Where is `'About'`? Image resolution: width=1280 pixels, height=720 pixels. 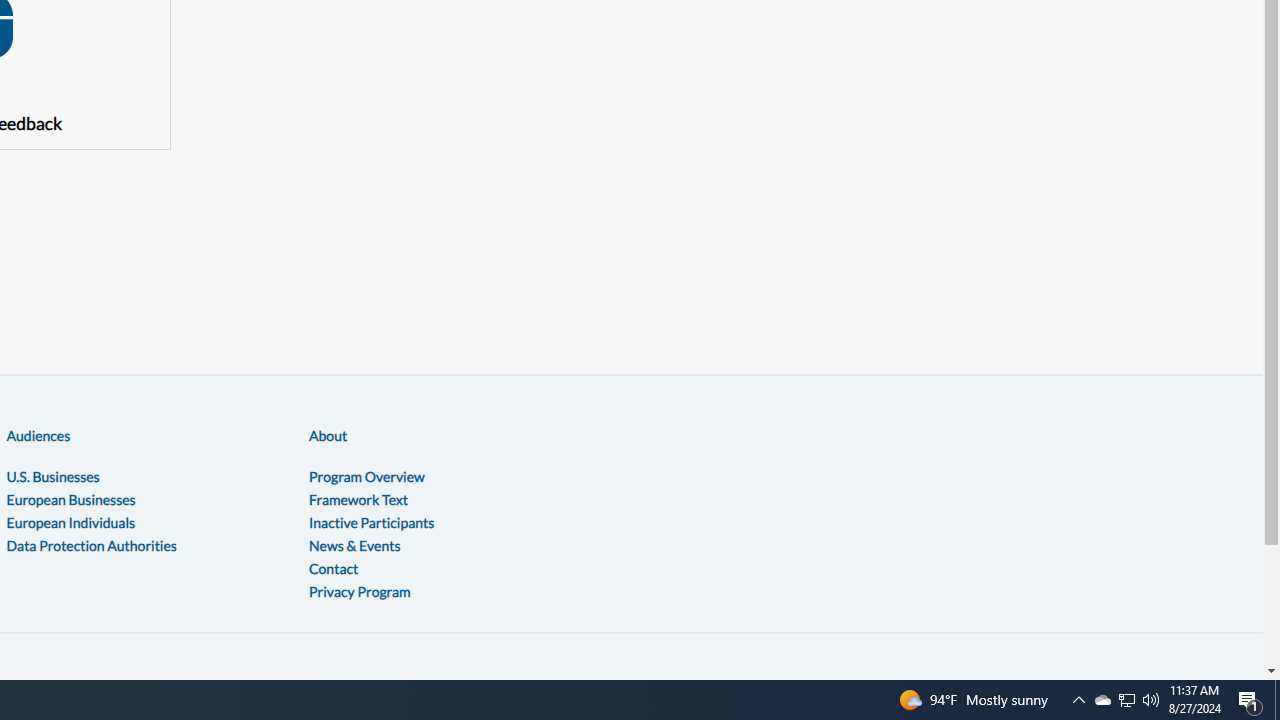 'About' is located at coordinates (328, 434).